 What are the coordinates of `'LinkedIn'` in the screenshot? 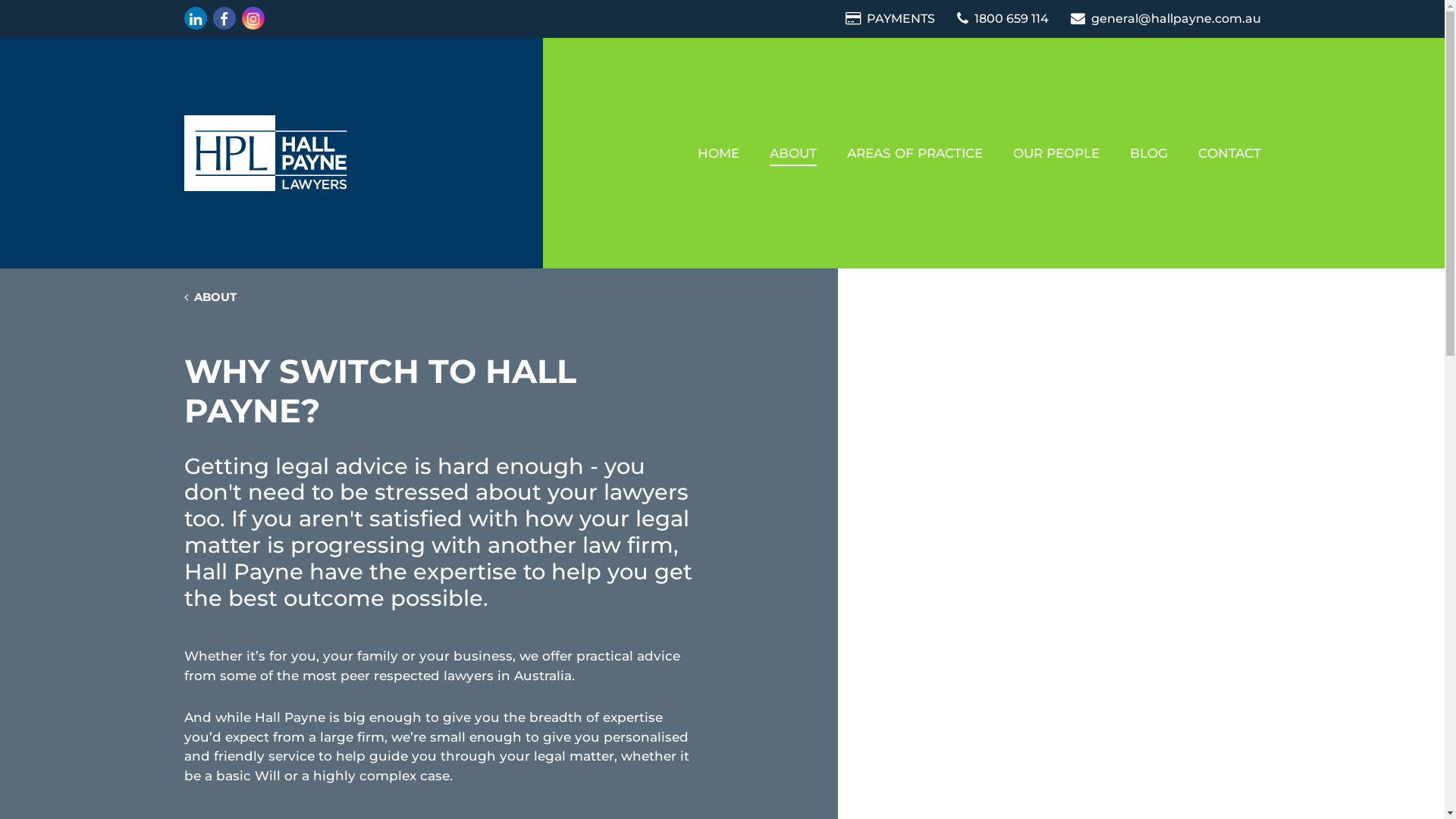 It's located at (182, 17).